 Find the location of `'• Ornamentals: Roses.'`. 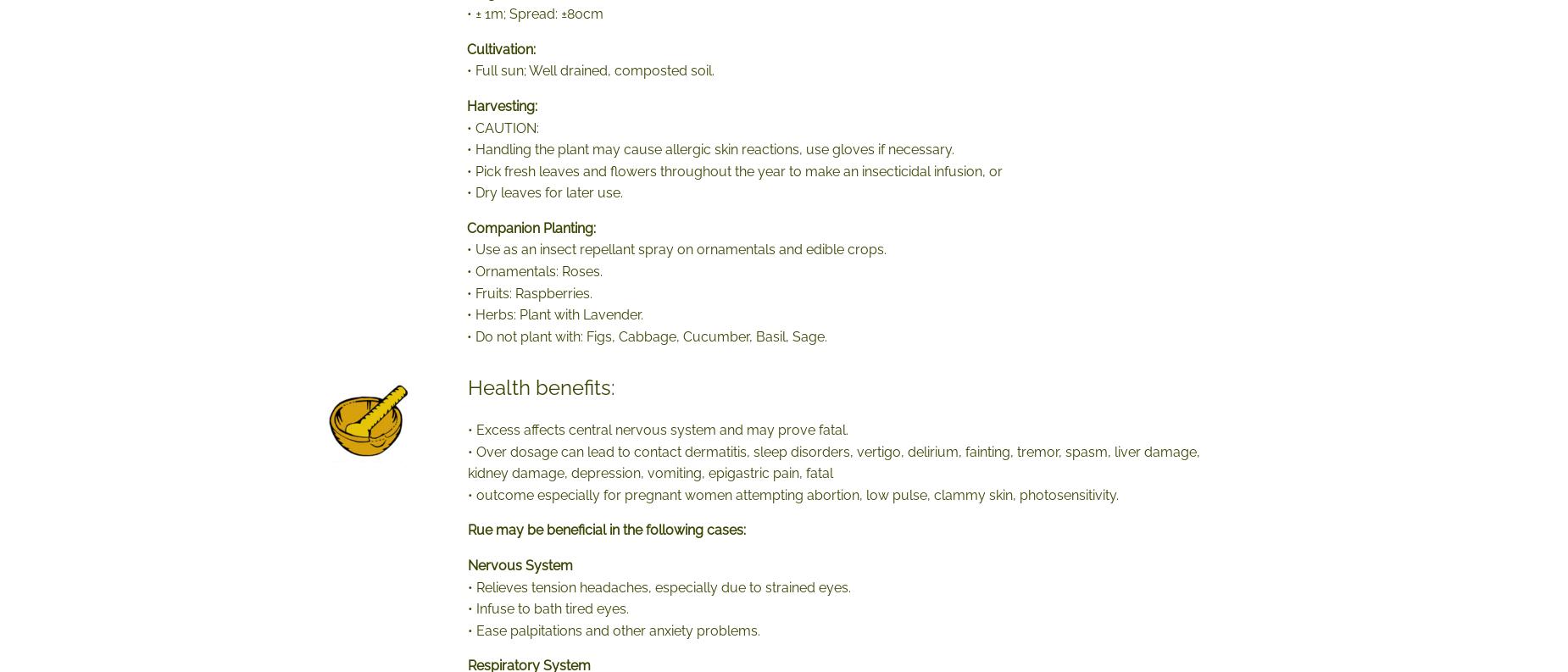

'• Ornamentals: Roses.' is located at coordinates (535, 271).